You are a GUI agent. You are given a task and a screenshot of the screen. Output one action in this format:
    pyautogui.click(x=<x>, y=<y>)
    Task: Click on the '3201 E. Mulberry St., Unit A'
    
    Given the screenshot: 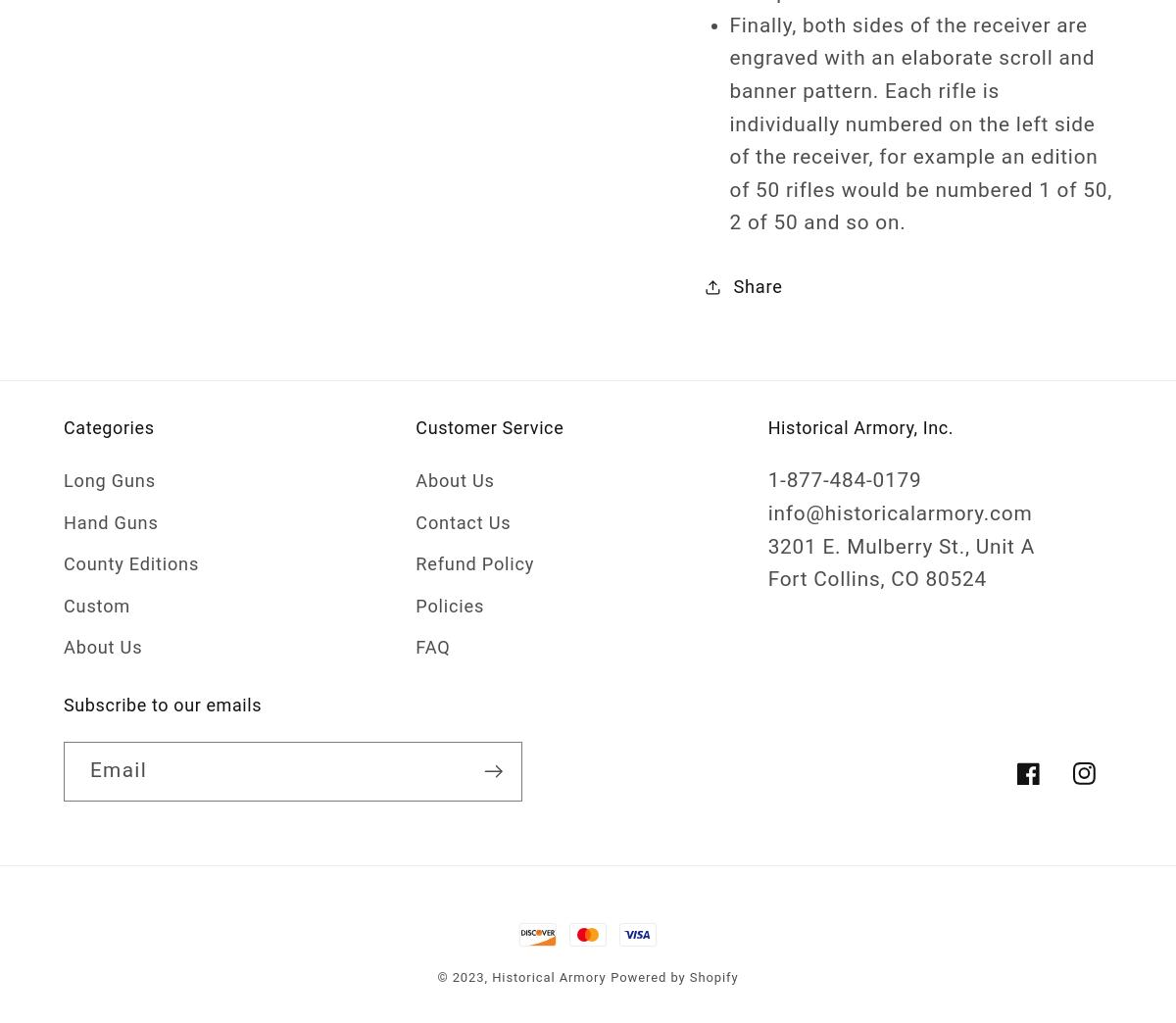 What is the action you would take?
    pyautogui.click(x=900, y=544)
    